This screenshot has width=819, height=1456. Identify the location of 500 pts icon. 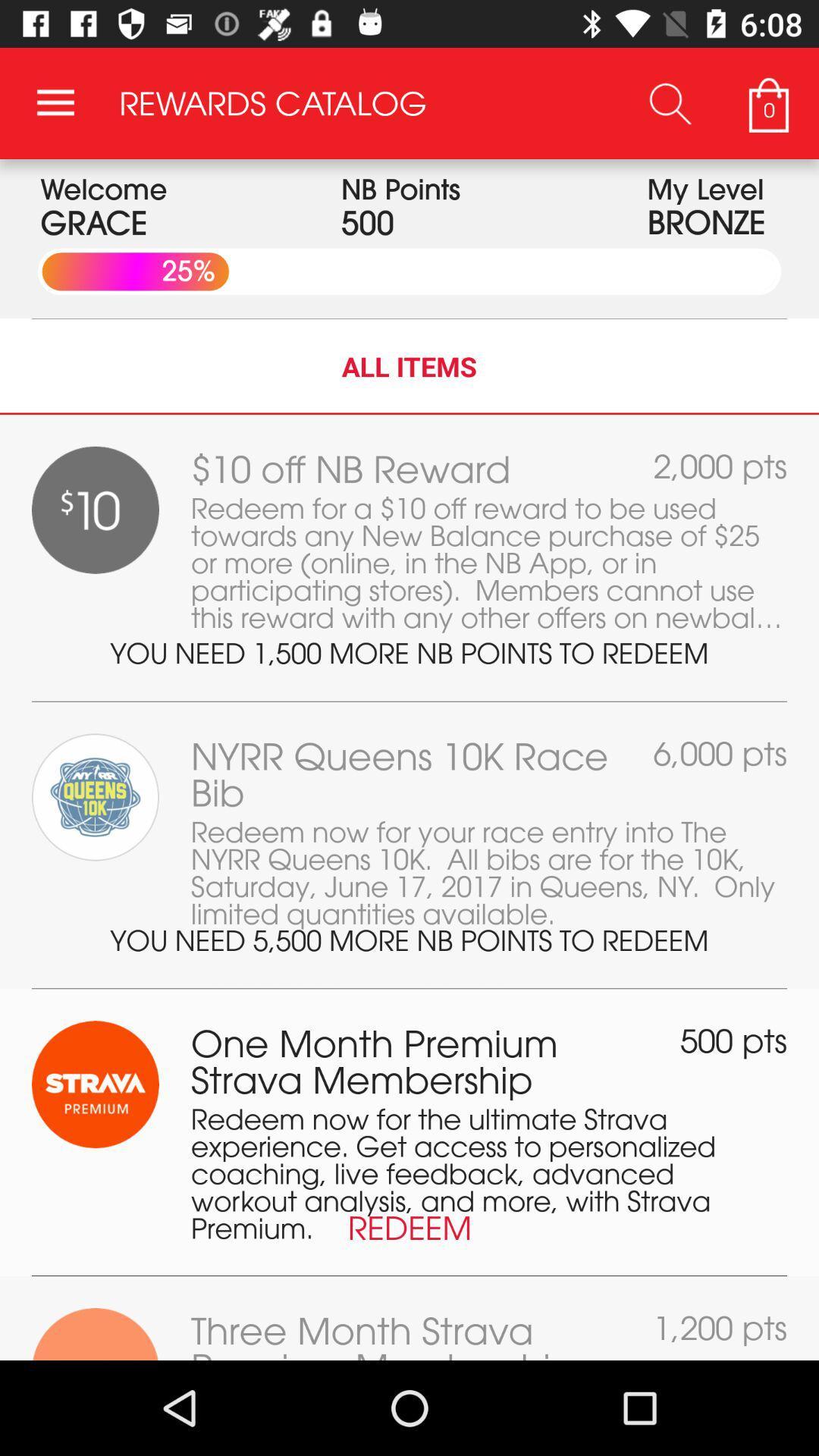
(733, 1040).